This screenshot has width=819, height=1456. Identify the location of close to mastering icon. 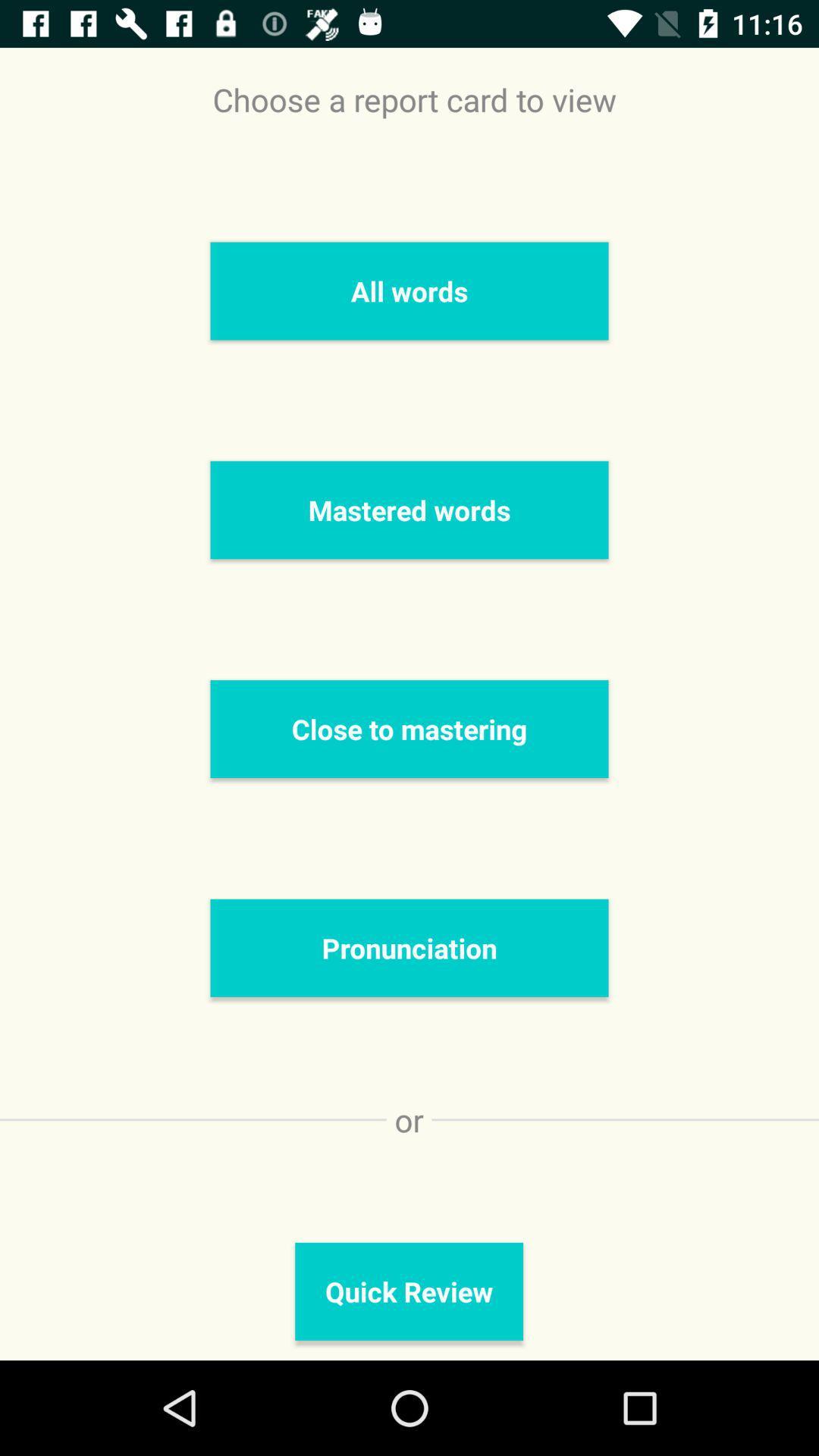
(409, 729).